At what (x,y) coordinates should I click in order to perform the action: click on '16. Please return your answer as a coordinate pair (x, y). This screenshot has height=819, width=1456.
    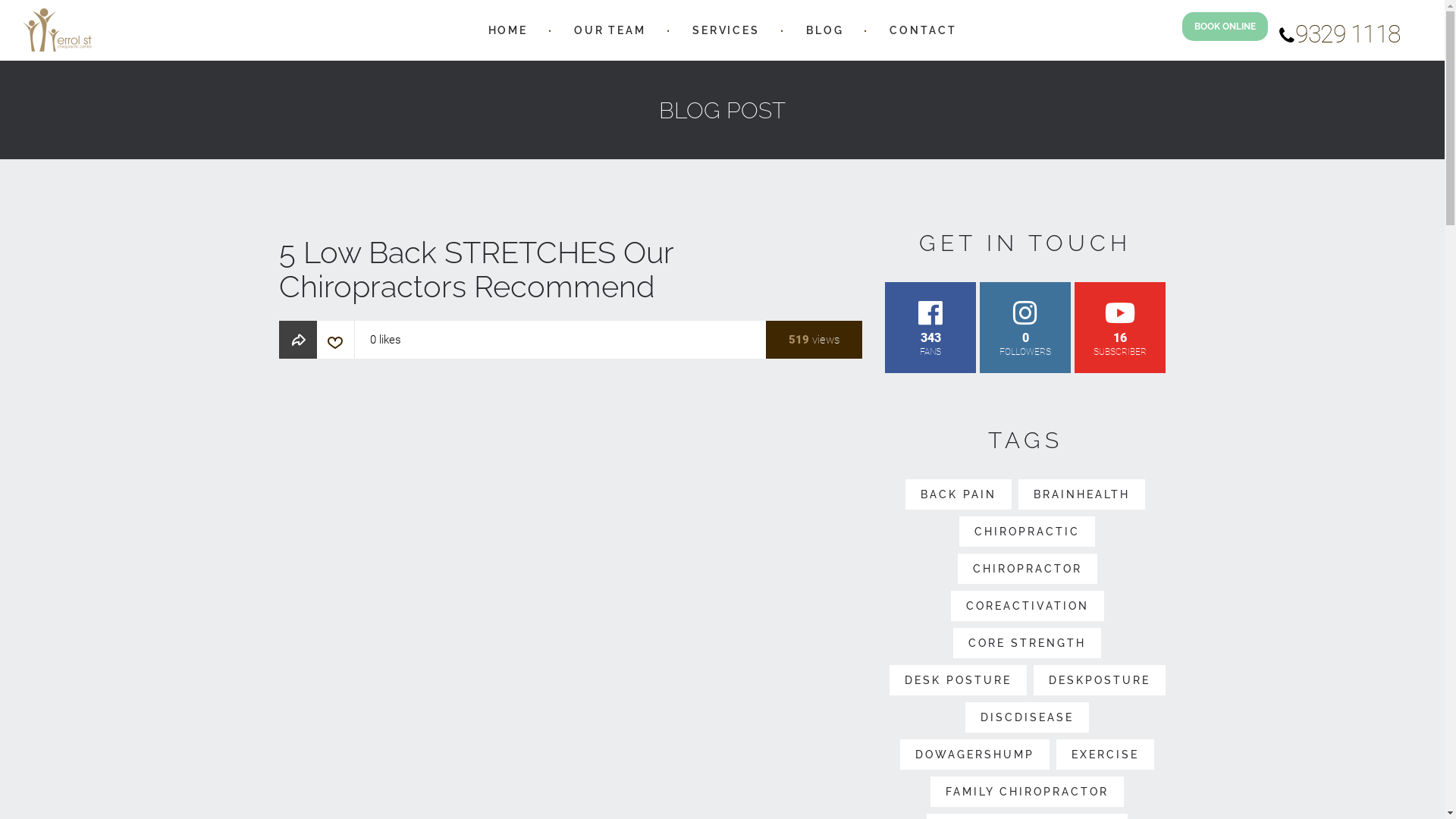
    Looking at the image, I should click on (1120, 327).